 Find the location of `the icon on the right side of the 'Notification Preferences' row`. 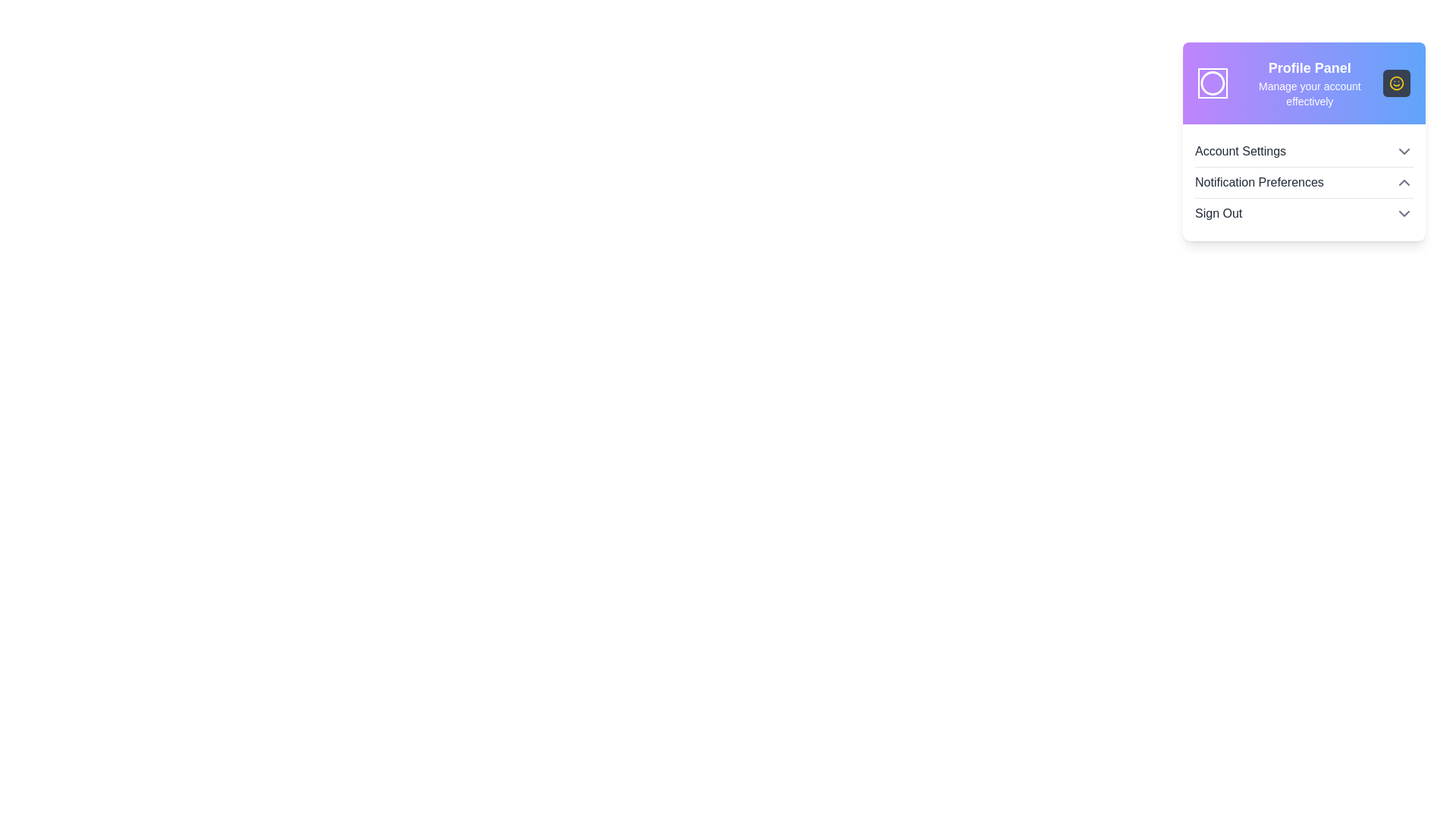

the icon on the right side of the 'Notification Preferences' row is located at coordinates (1404, 181).